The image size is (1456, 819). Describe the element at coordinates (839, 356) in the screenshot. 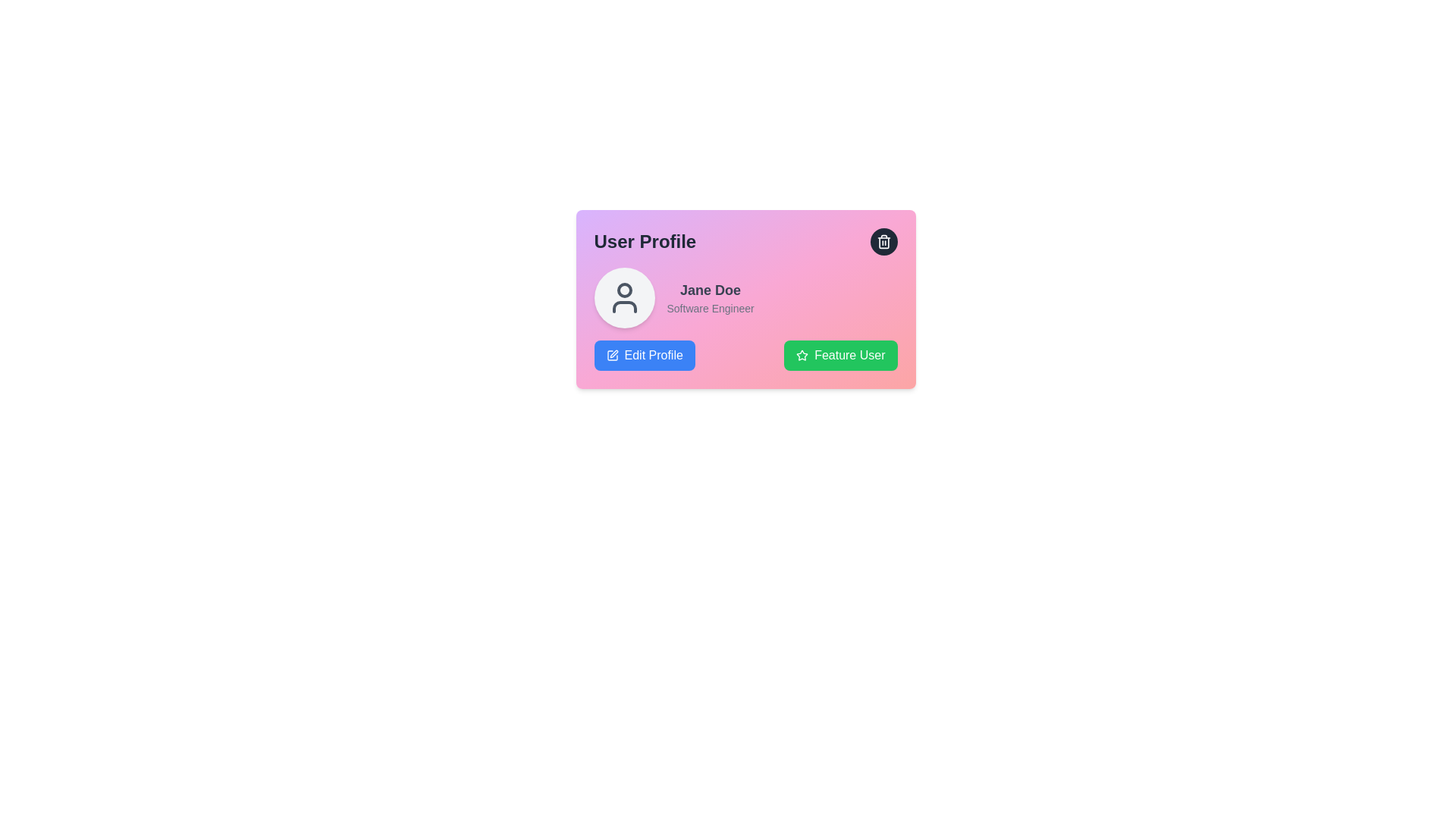

I see `the green button labeled 'Feature User'` at that location.